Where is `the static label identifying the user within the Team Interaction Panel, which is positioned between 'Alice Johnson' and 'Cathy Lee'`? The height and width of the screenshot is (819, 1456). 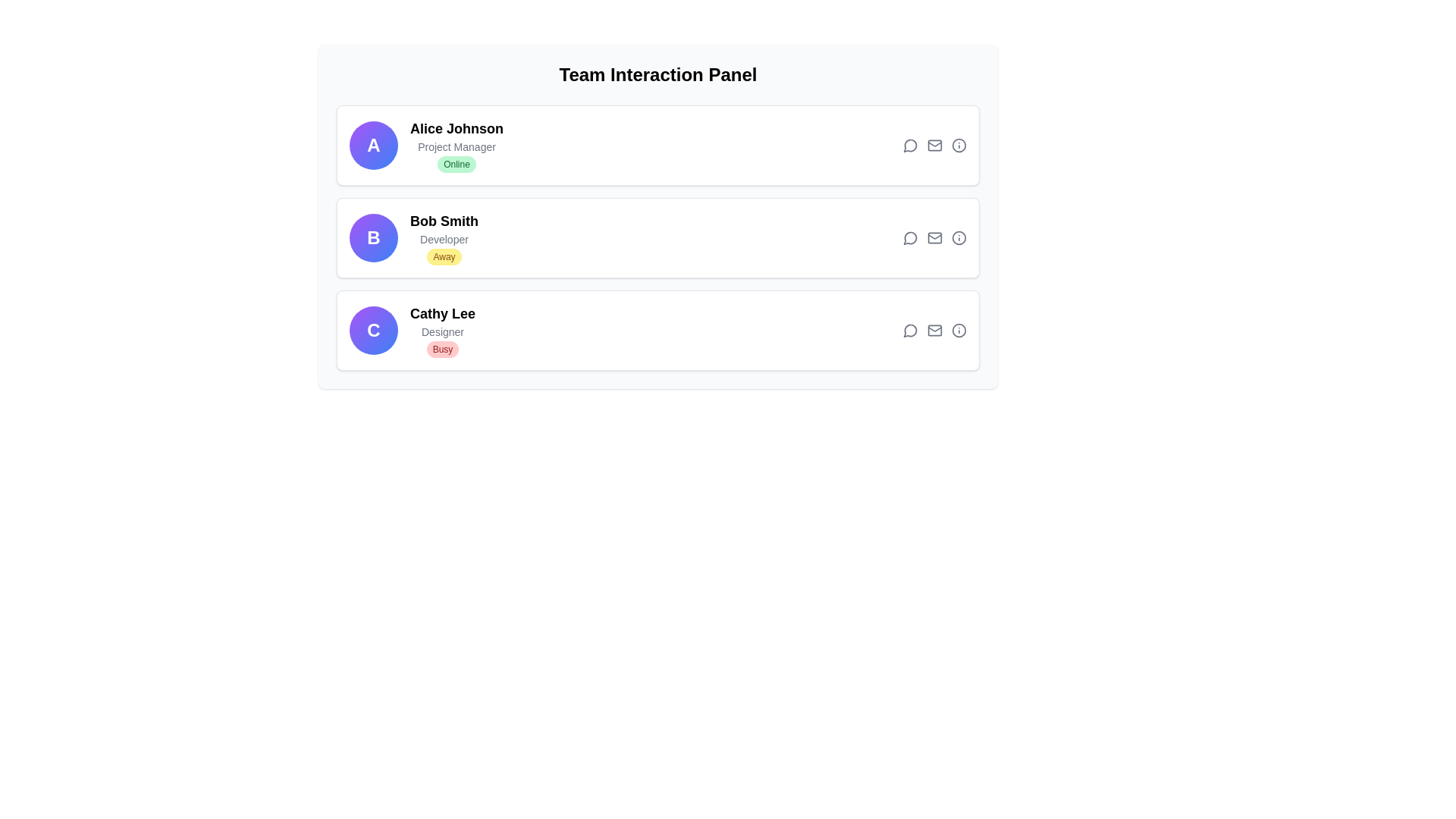 the static label identifying the user within the Team Interaction Panel, which is positioned between 'Alice Johnson' and 'Cathy Lee' is located at coordinates (443, 221).